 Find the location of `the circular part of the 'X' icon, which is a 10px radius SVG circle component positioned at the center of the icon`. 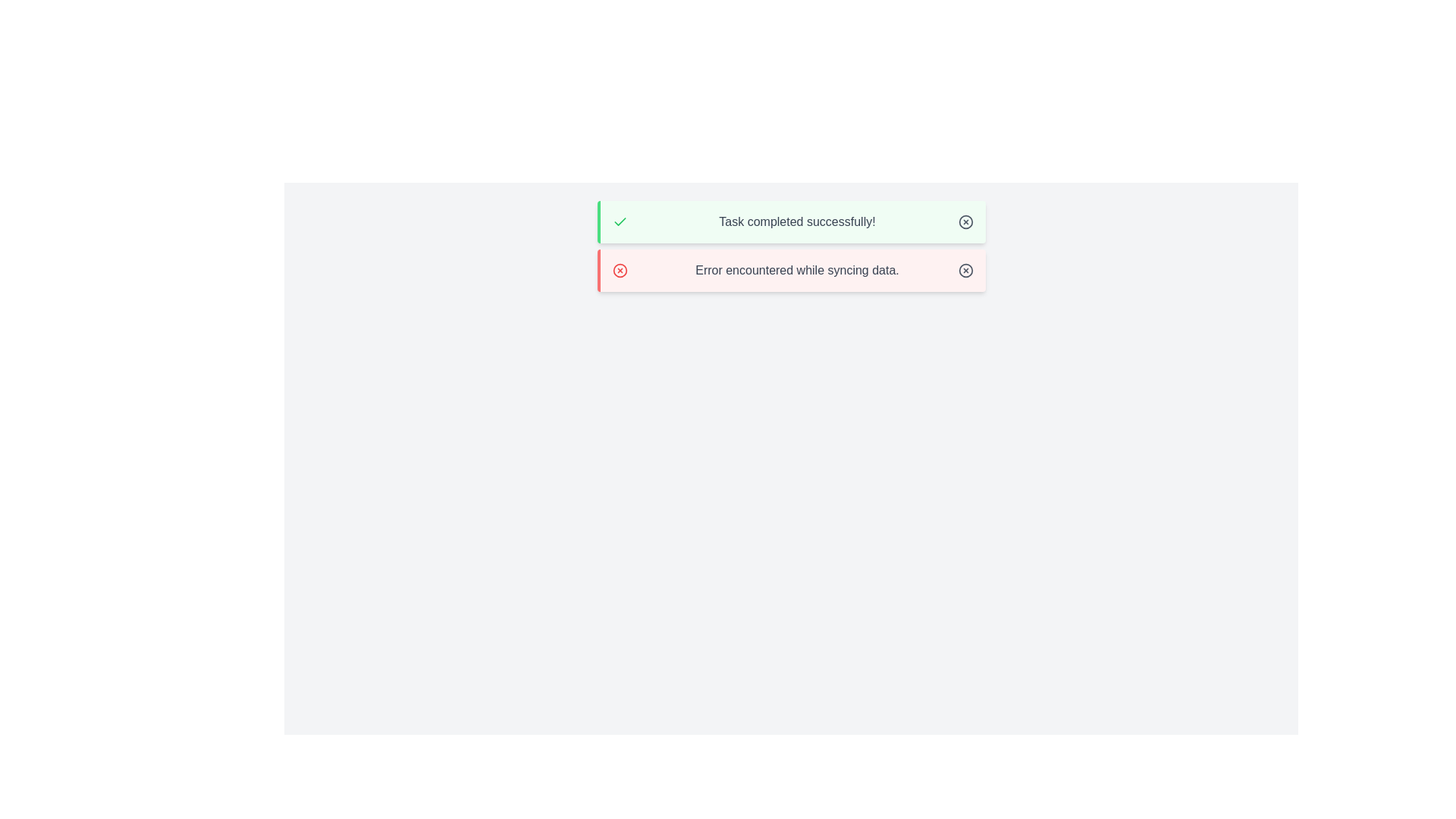

the circular part of the 'X' icon, which is a 10px radius SVG circle component positioned at the center of the icon is located at coordinates (965, 222).